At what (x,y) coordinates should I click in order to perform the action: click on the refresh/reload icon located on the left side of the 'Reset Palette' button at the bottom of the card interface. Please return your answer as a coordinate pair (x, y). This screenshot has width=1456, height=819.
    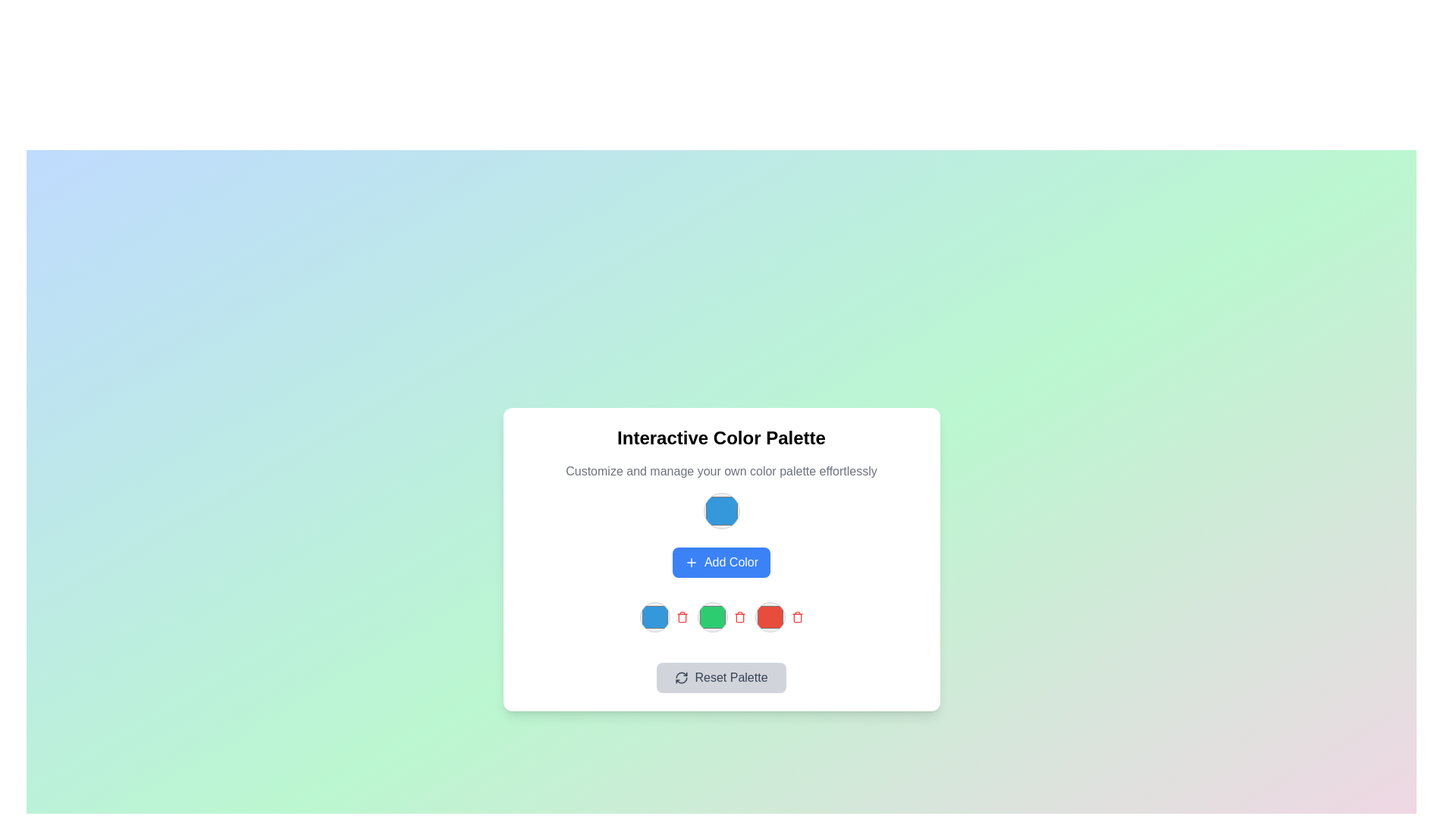
    Looking at the image, I should click on (681, 677).